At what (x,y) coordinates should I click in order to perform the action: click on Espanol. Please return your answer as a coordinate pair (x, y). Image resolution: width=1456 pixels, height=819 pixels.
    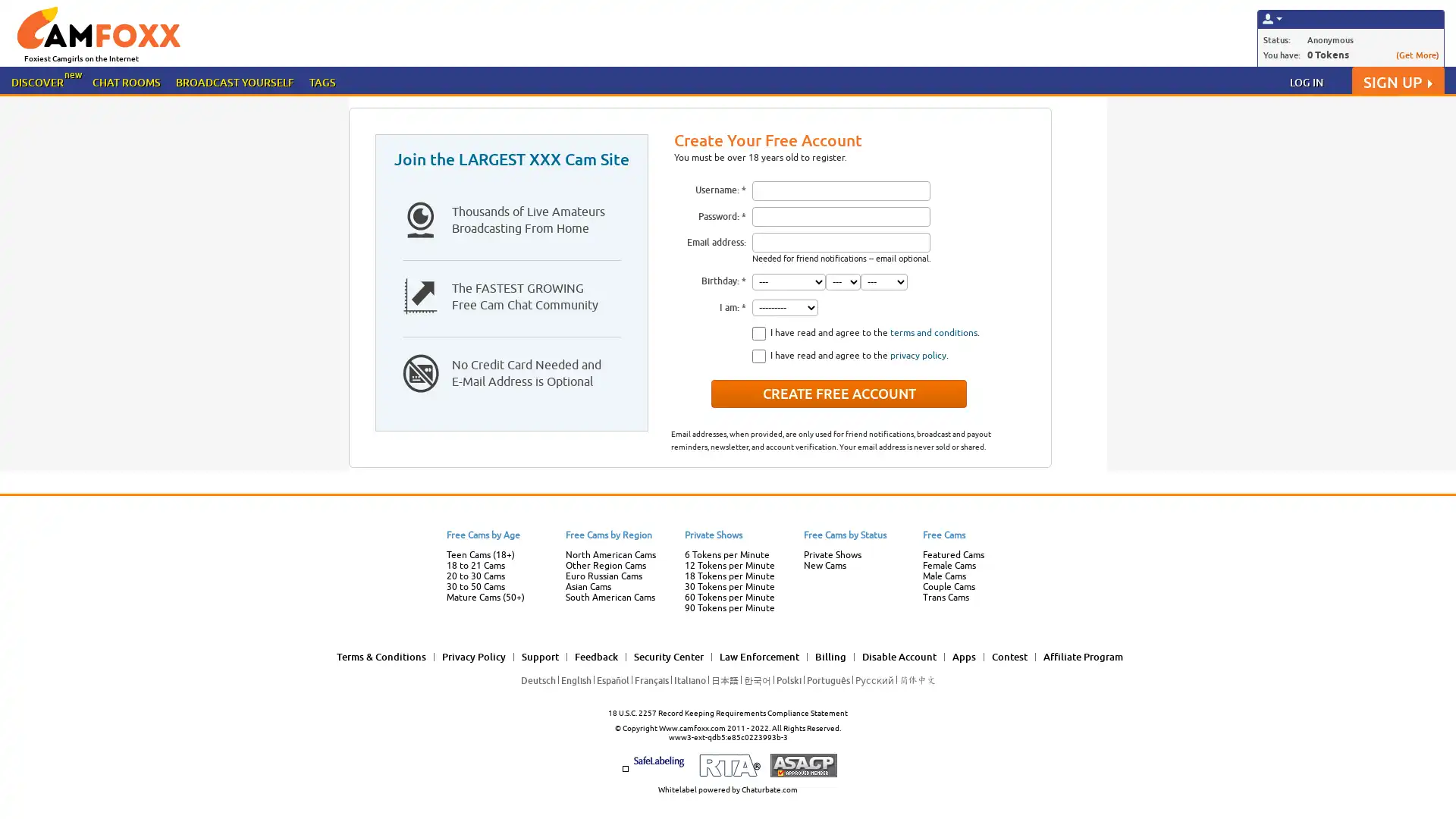
    Looking at the image, I should click on (613, 680).